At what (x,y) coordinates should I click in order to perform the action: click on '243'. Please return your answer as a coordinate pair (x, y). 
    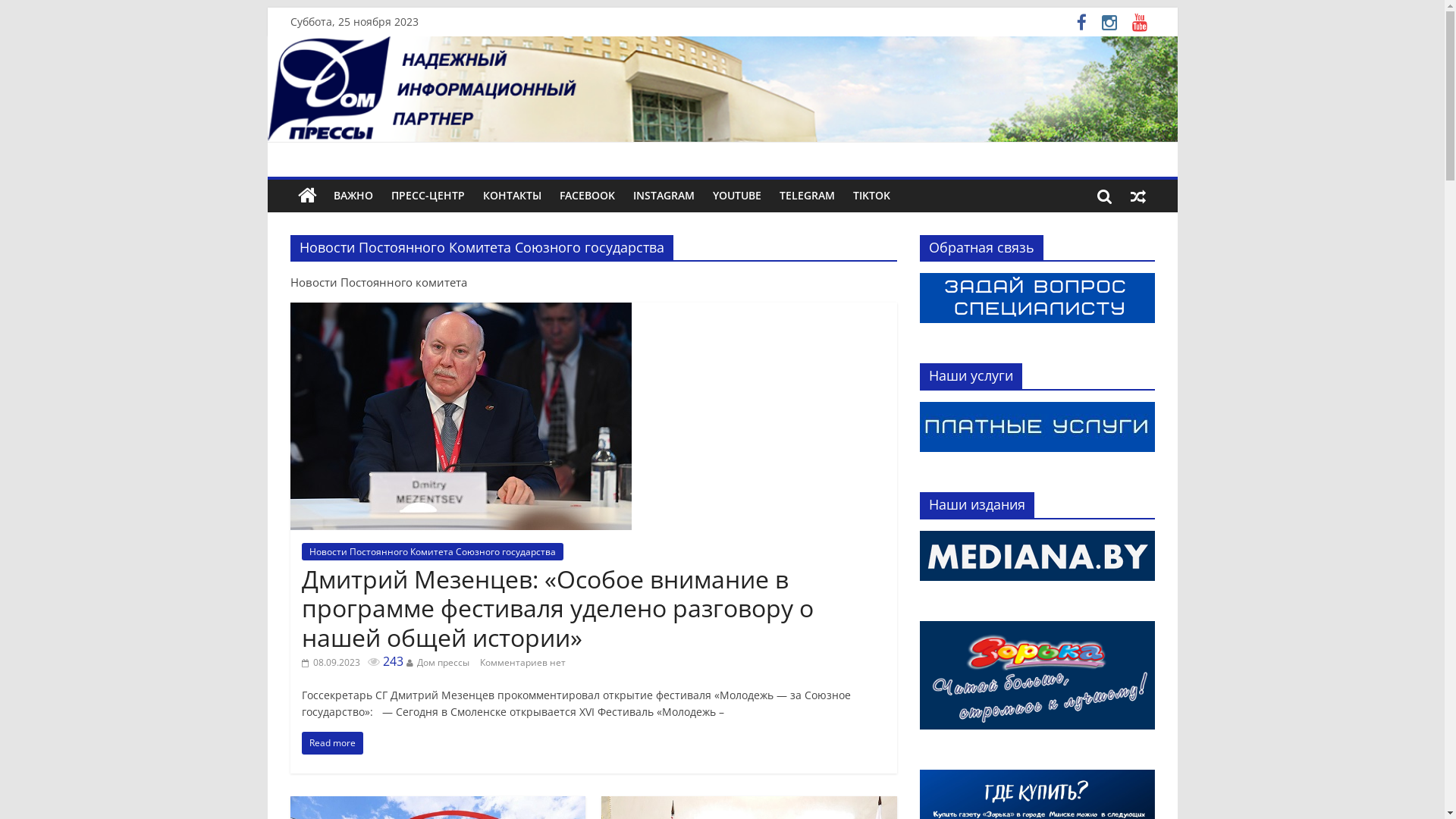
    Looking at the image, I should click on (367, 660).